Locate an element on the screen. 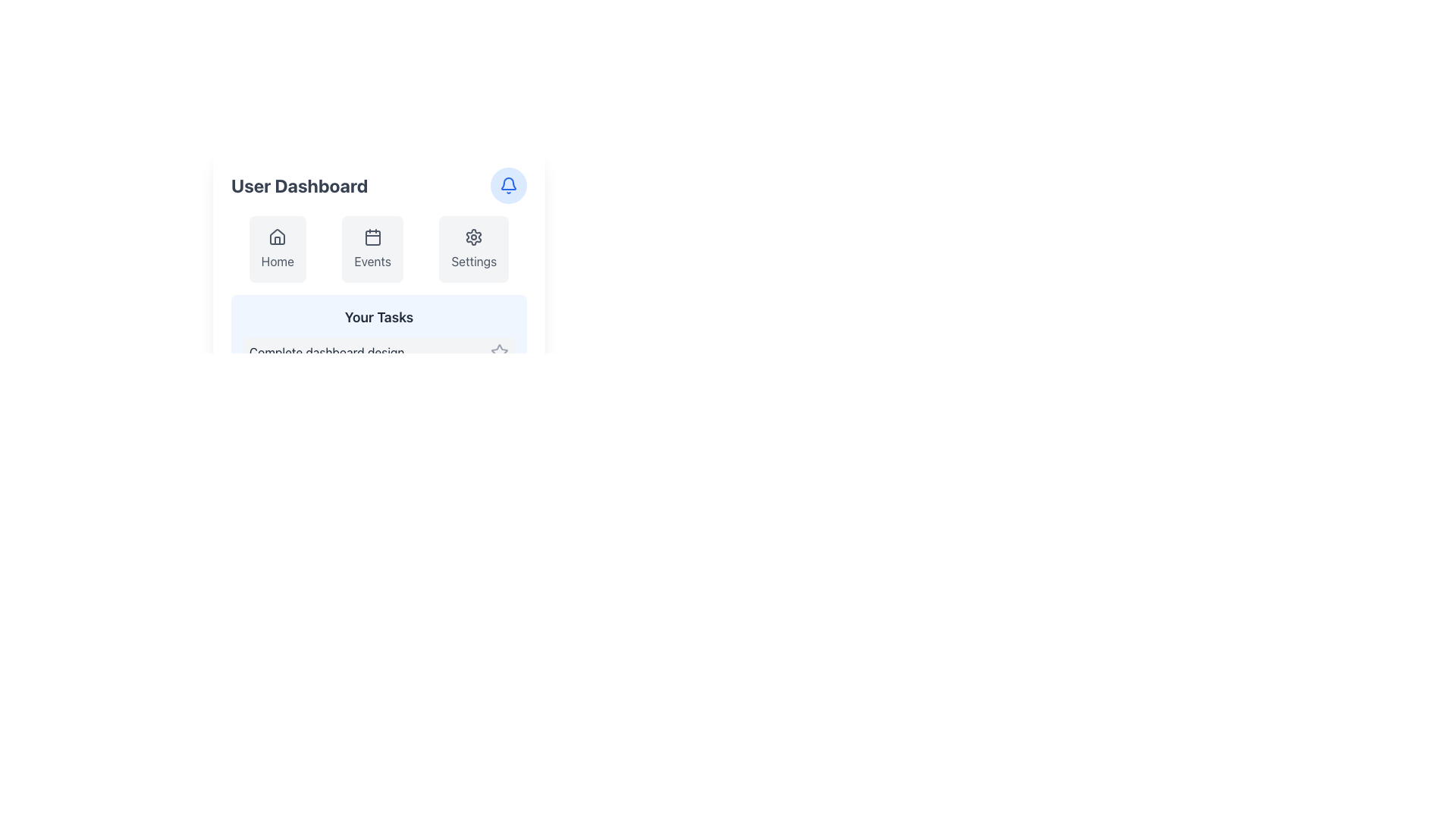 This screenshot has height=819, width=1456. the 'Events' icon, which is centrally located above the text label 'Events' in a group of three icons including 'Home', 'Events', and 'Settings' is located at coordinates (372, 237).